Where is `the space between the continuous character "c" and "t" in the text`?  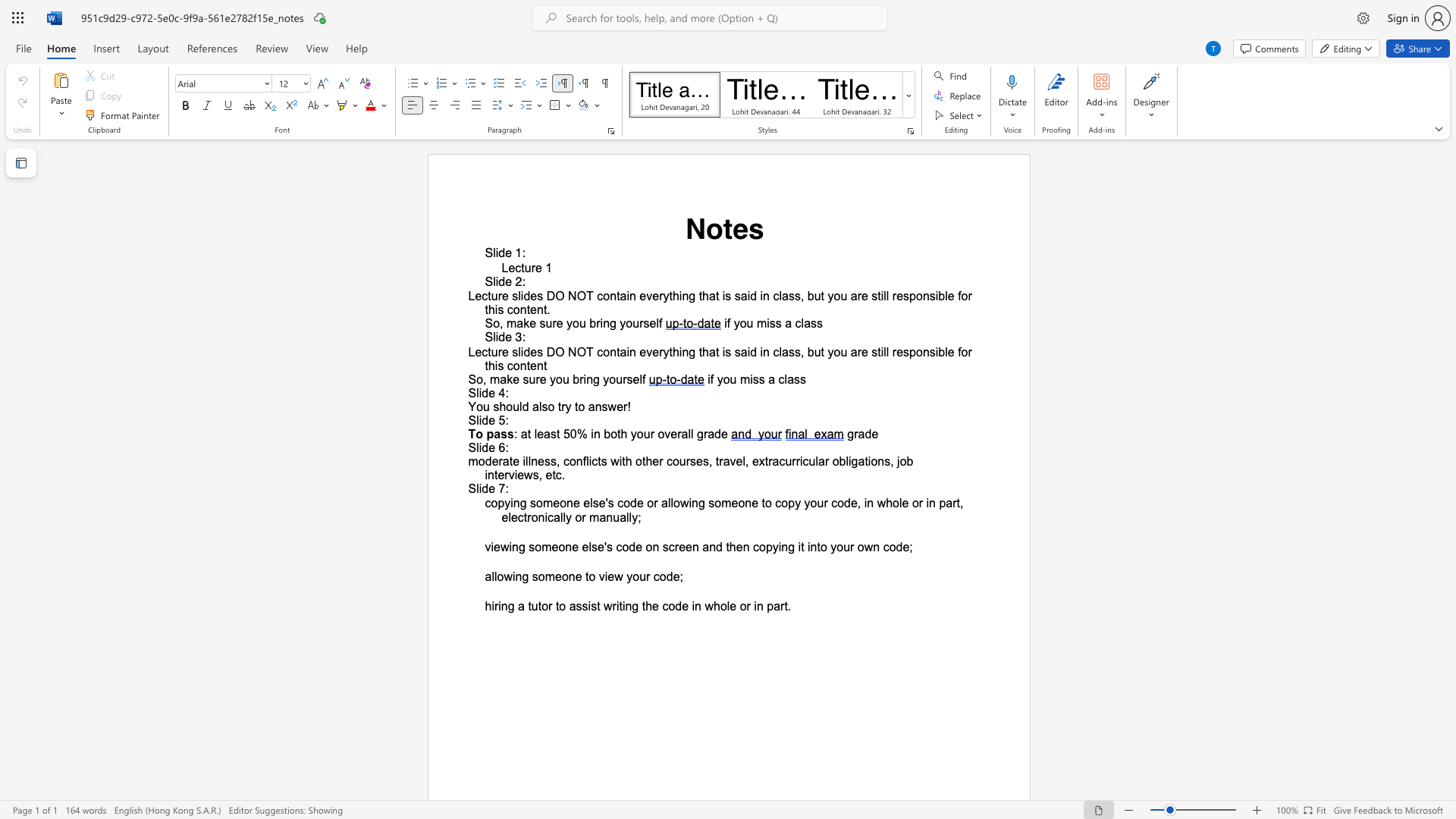
the space between the continuous character "c" and "t" in the text is located at coordinates (487, 352).